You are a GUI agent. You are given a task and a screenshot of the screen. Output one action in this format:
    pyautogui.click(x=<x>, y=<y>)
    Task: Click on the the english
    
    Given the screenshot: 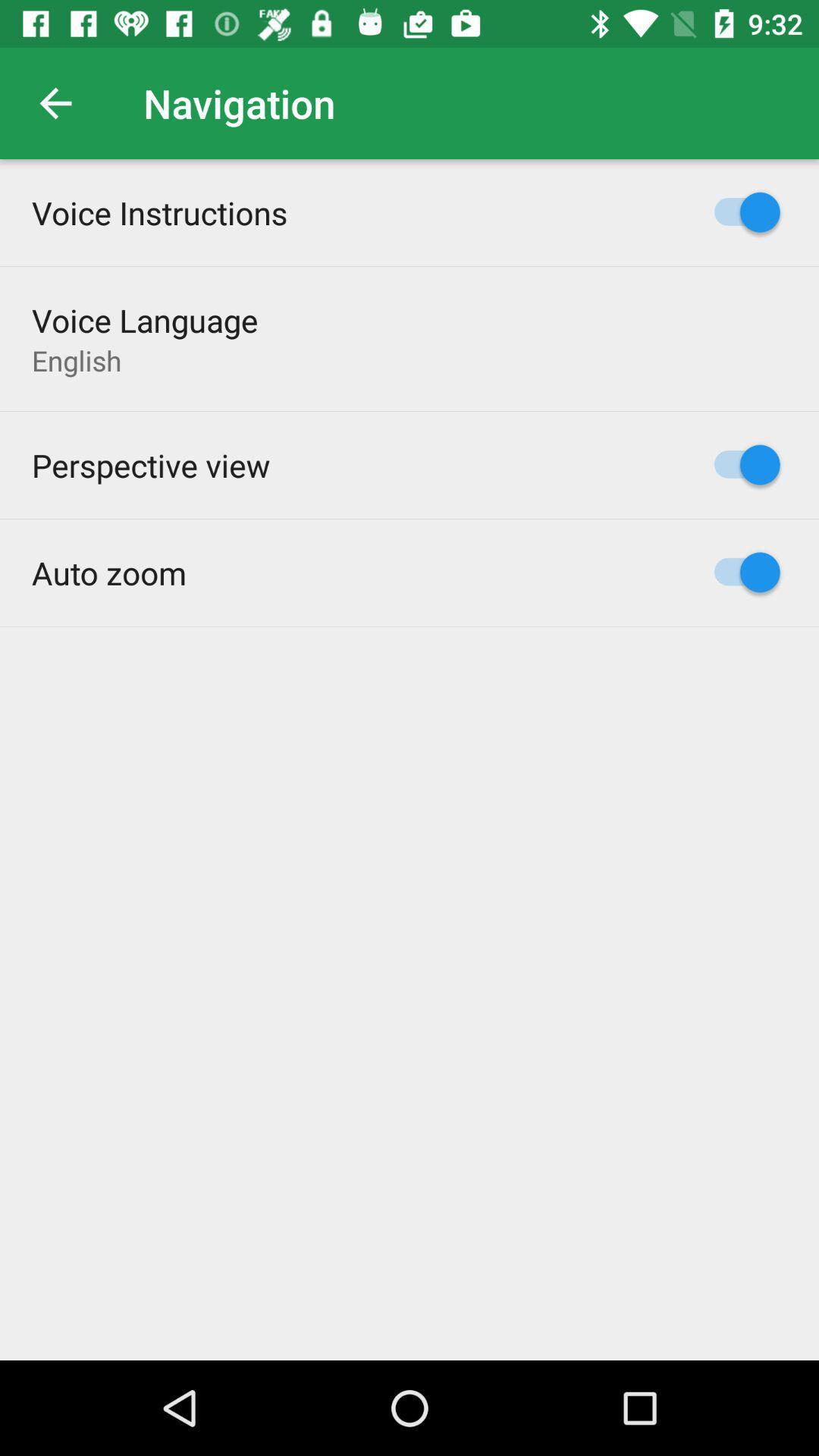 What is the action you would take?
    pyautogui.click(x=77, y=359)
    